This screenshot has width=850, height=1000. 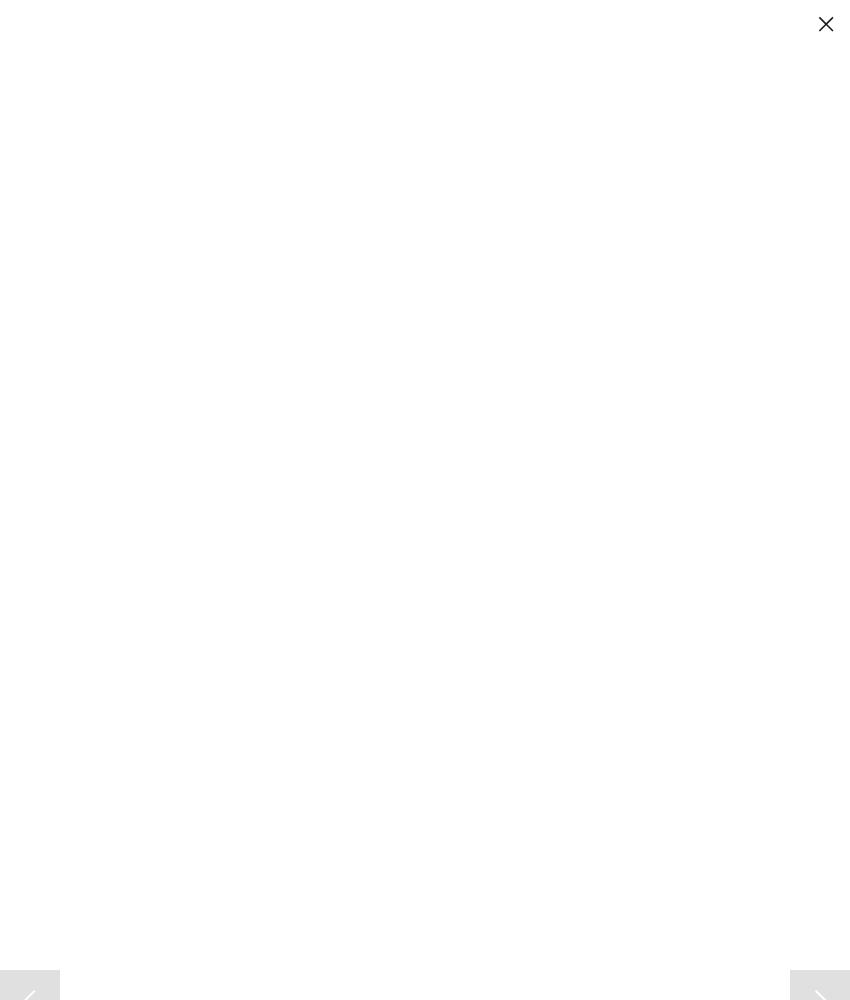 What do you see at coordinates (411, 744) in the screenshot?
I see `'Don Lansu for the Northwest Herald:Crystal Lake So. Jr. Cassey Sivesand
sets for the point during super sectional Class 4 A at Huntley H.S. 11/9/2013. Crystal Lake So. won both matches against Lake Zurich.'` at bounding box center [411, 744].